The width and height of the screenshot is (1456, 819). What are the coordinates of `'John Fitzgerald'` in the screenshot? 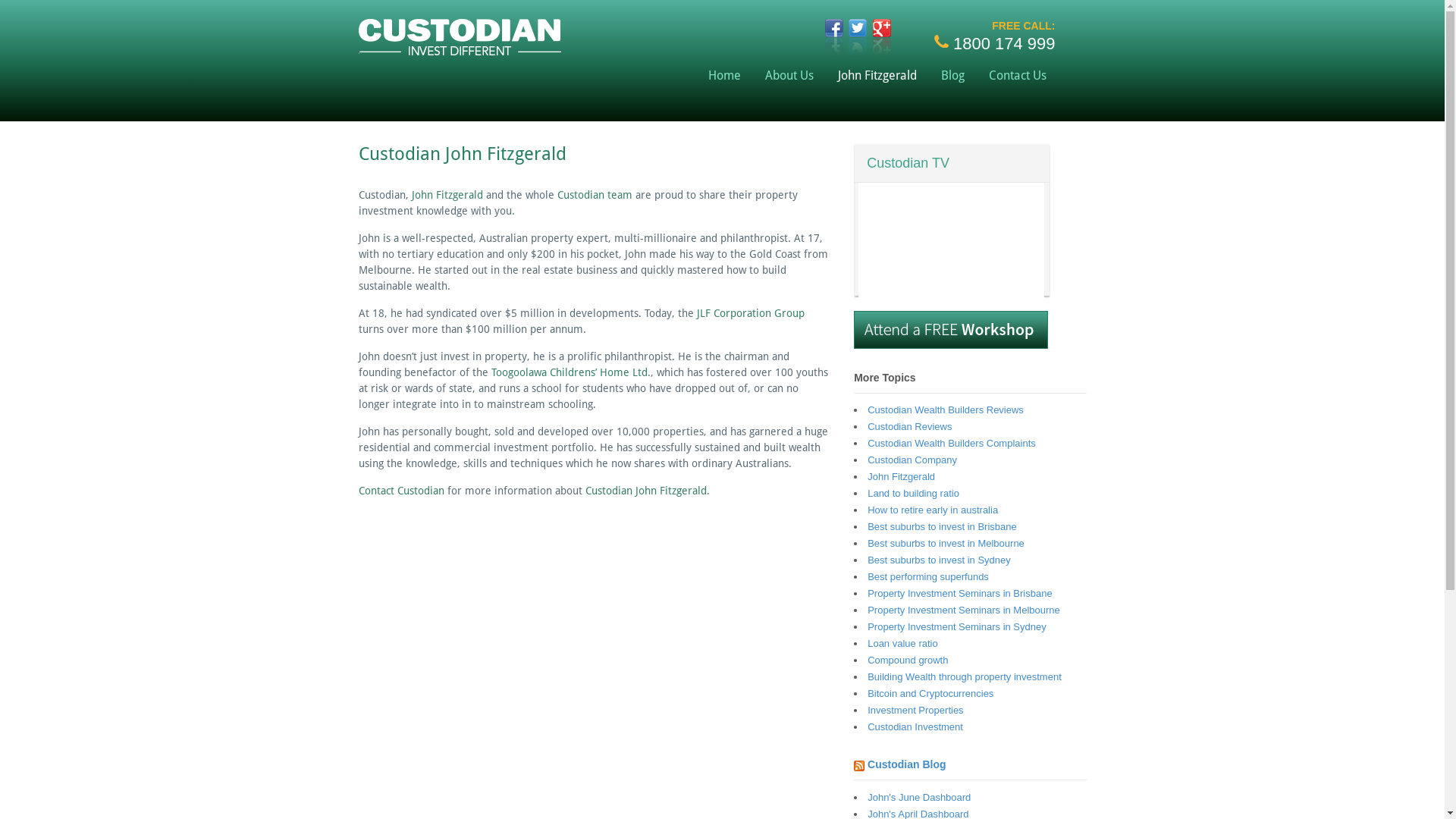 It's located at (446, 194).